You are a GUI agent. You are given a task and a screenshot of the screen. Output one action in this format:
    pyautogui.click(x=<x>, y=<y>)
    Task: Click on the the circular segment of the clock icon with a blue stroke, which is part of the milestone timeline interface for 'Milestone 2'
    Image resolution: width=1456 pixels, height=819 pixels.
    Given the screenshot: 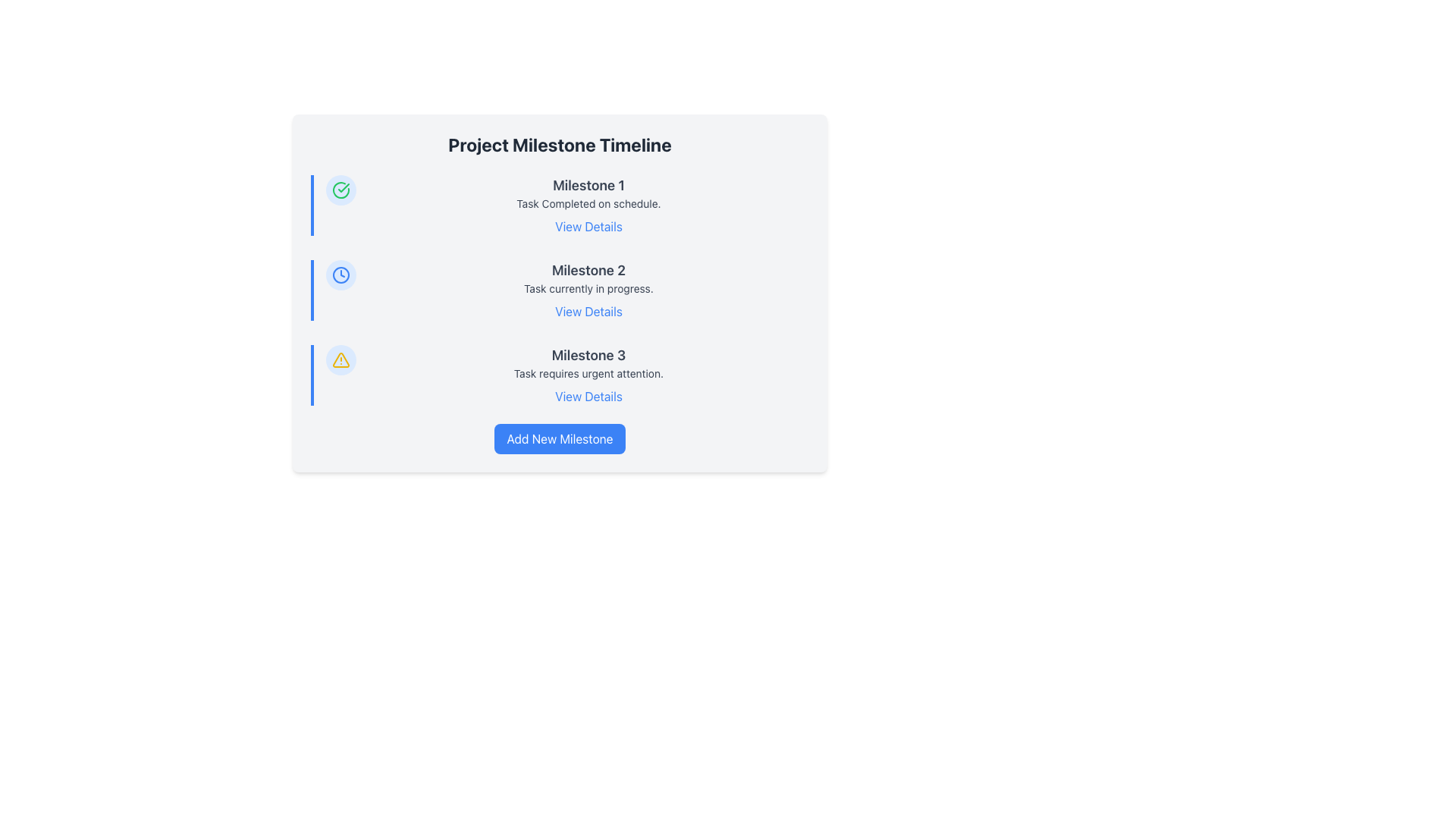 What is the action you would take?
    pyautogui.click(x=340, y=275)
    